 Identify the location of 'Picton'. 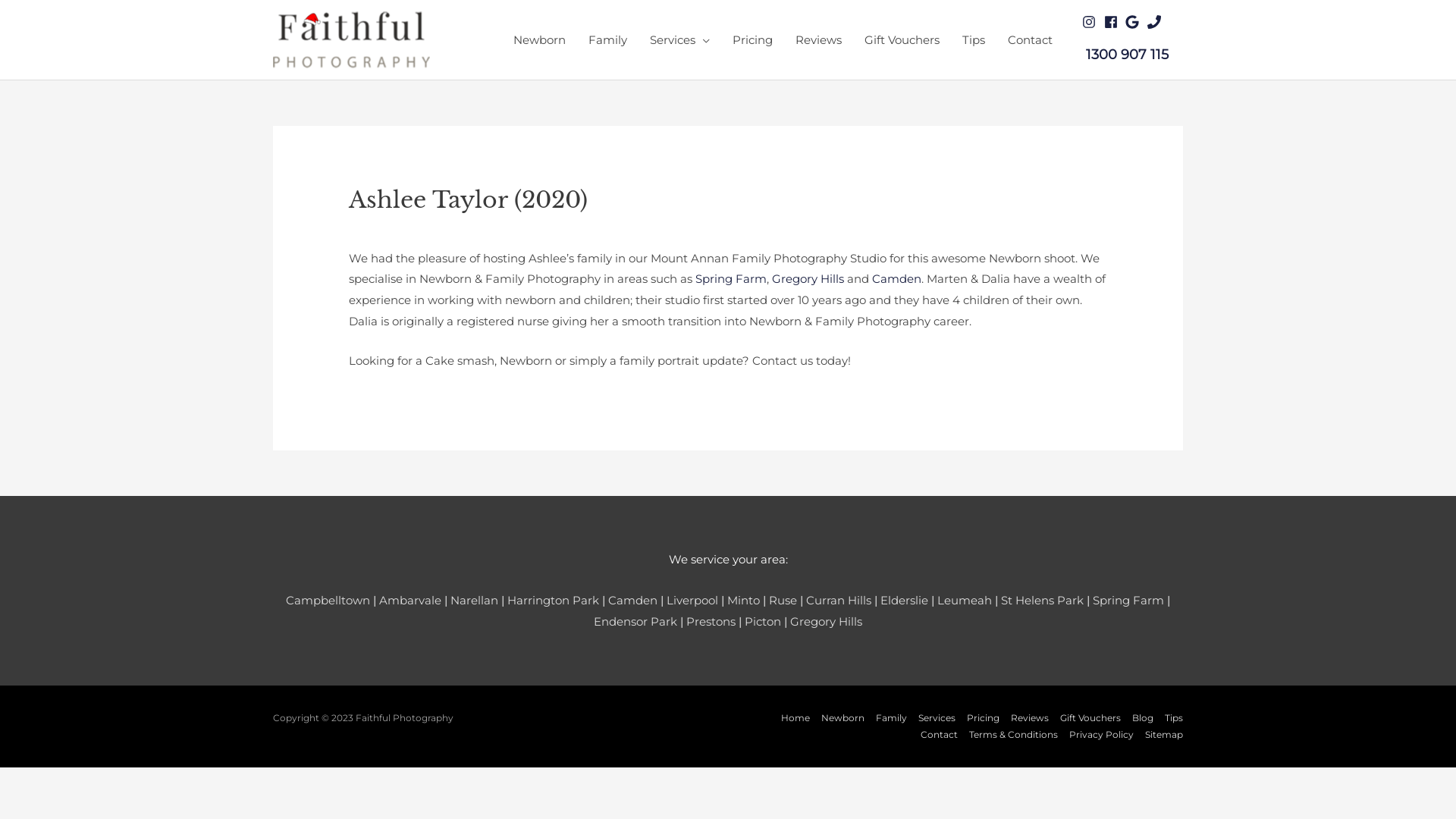
(763, 621).